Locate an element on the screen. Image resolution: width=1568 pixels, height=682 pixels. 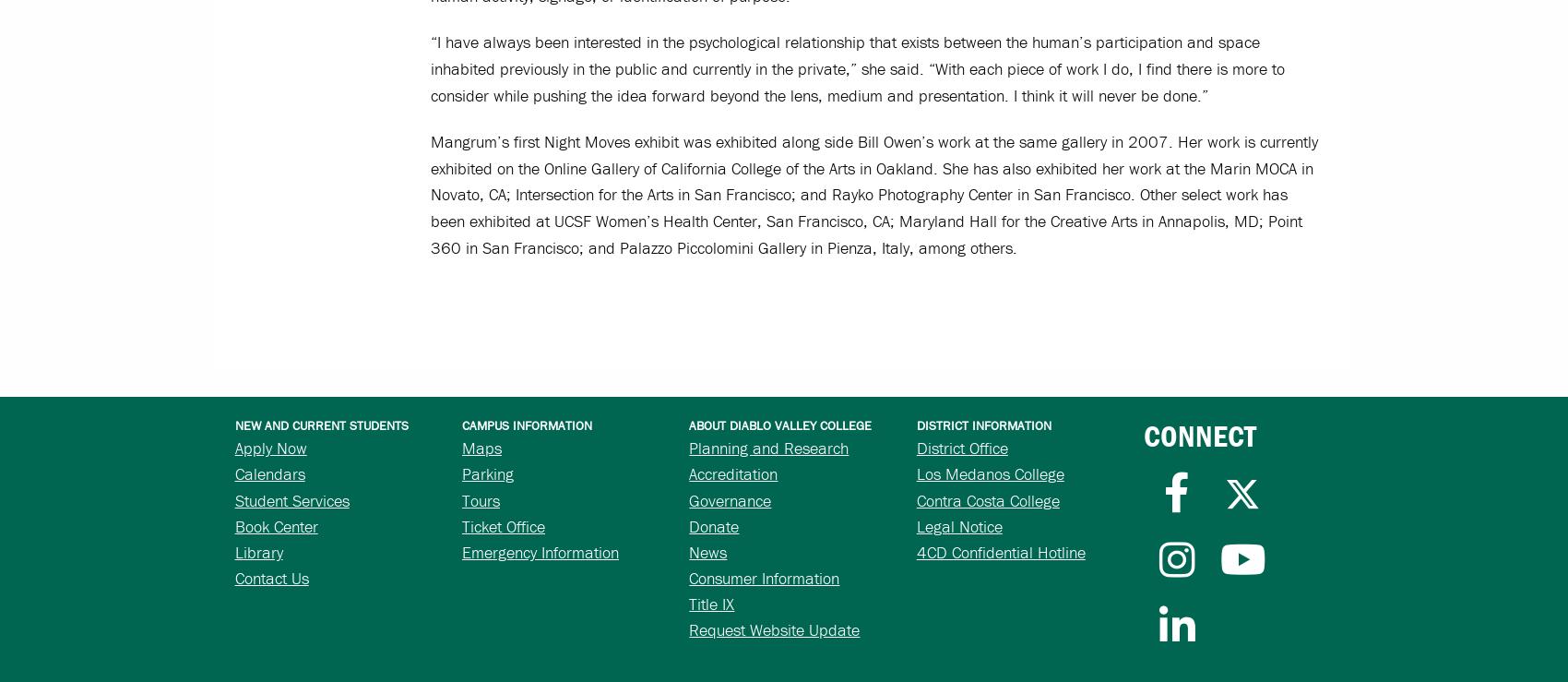
'Parking' is located at coordinates (488, 473).